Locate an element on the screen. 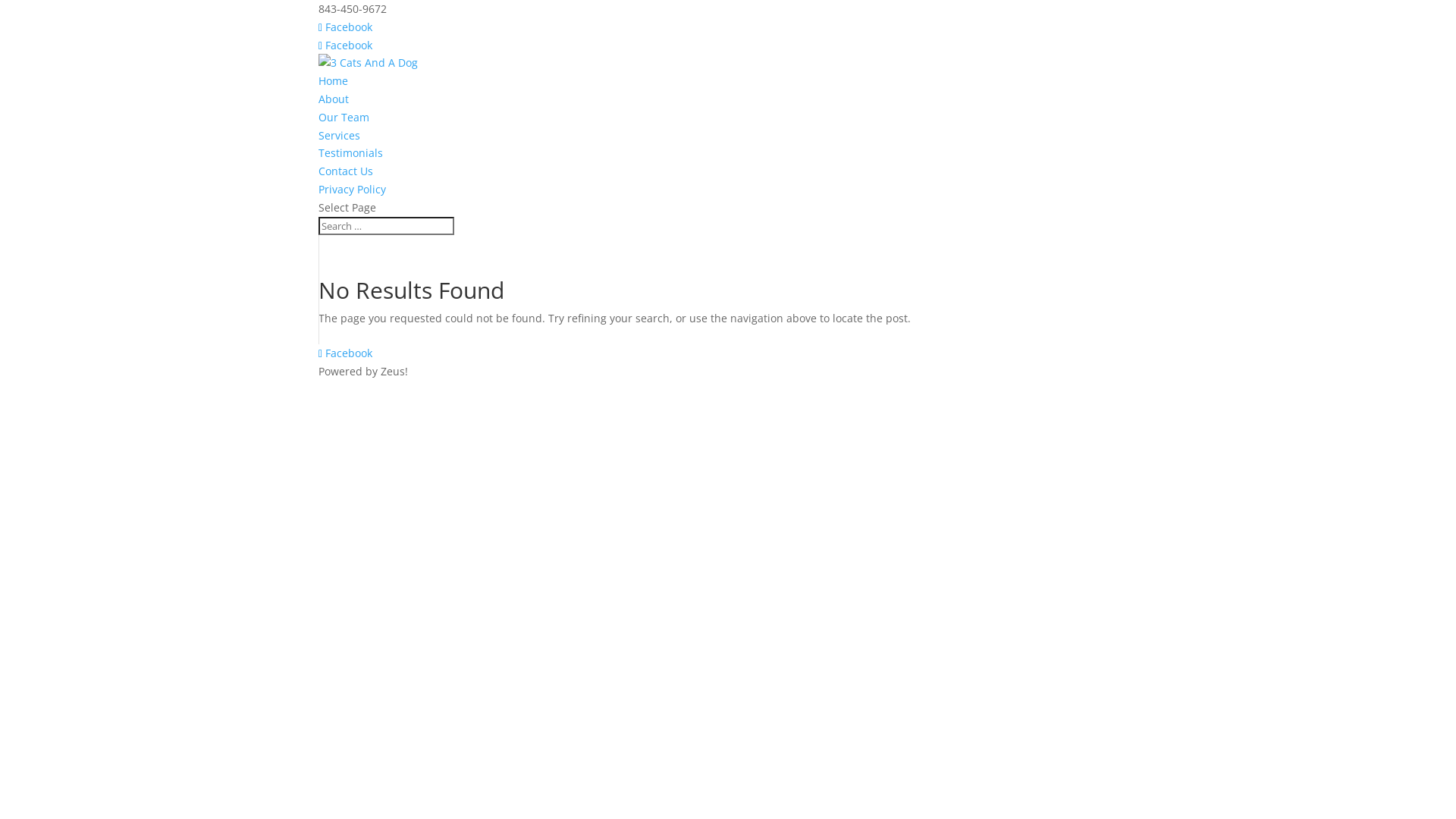 The image size is (1456, 819). 'Facebook' is located at coordinates (318, 27).